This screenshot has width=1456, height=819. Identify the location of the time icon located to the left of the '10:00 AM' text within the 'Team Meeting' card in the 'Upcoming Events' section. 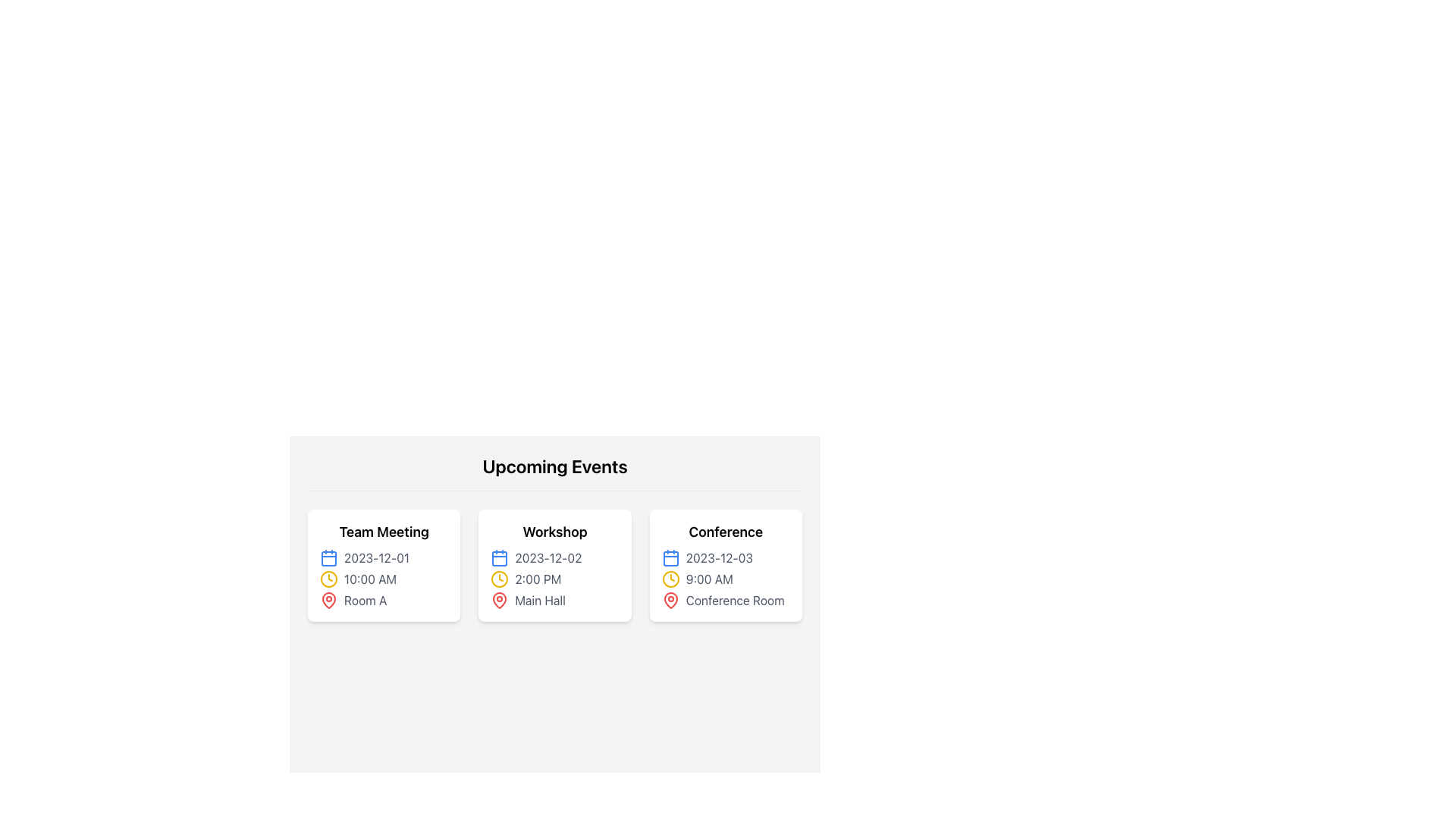
(328, 579).